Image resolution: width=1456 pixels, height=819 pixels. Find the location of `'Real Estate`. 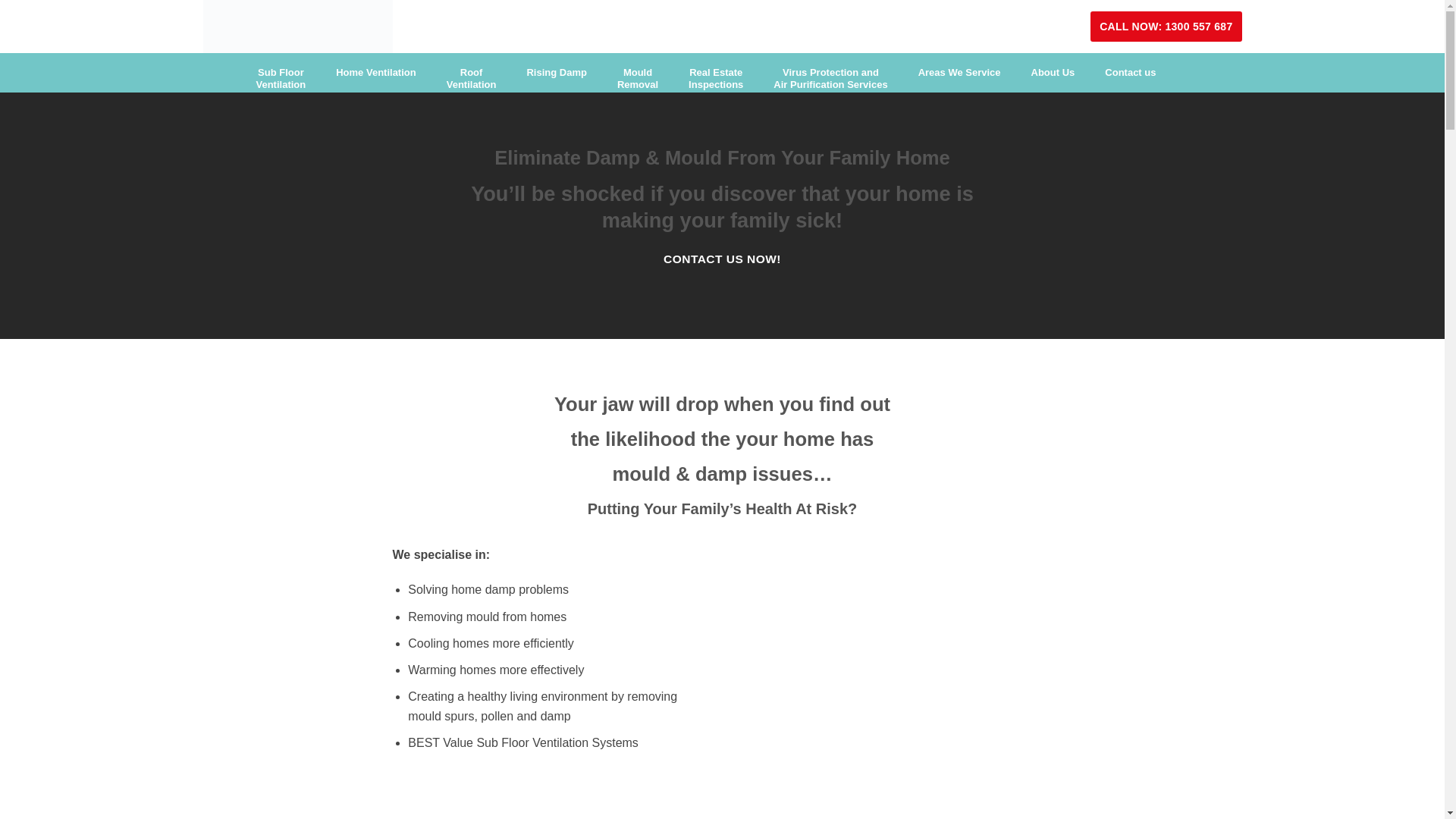

'Real Estate is located at coordinates (715, 79).